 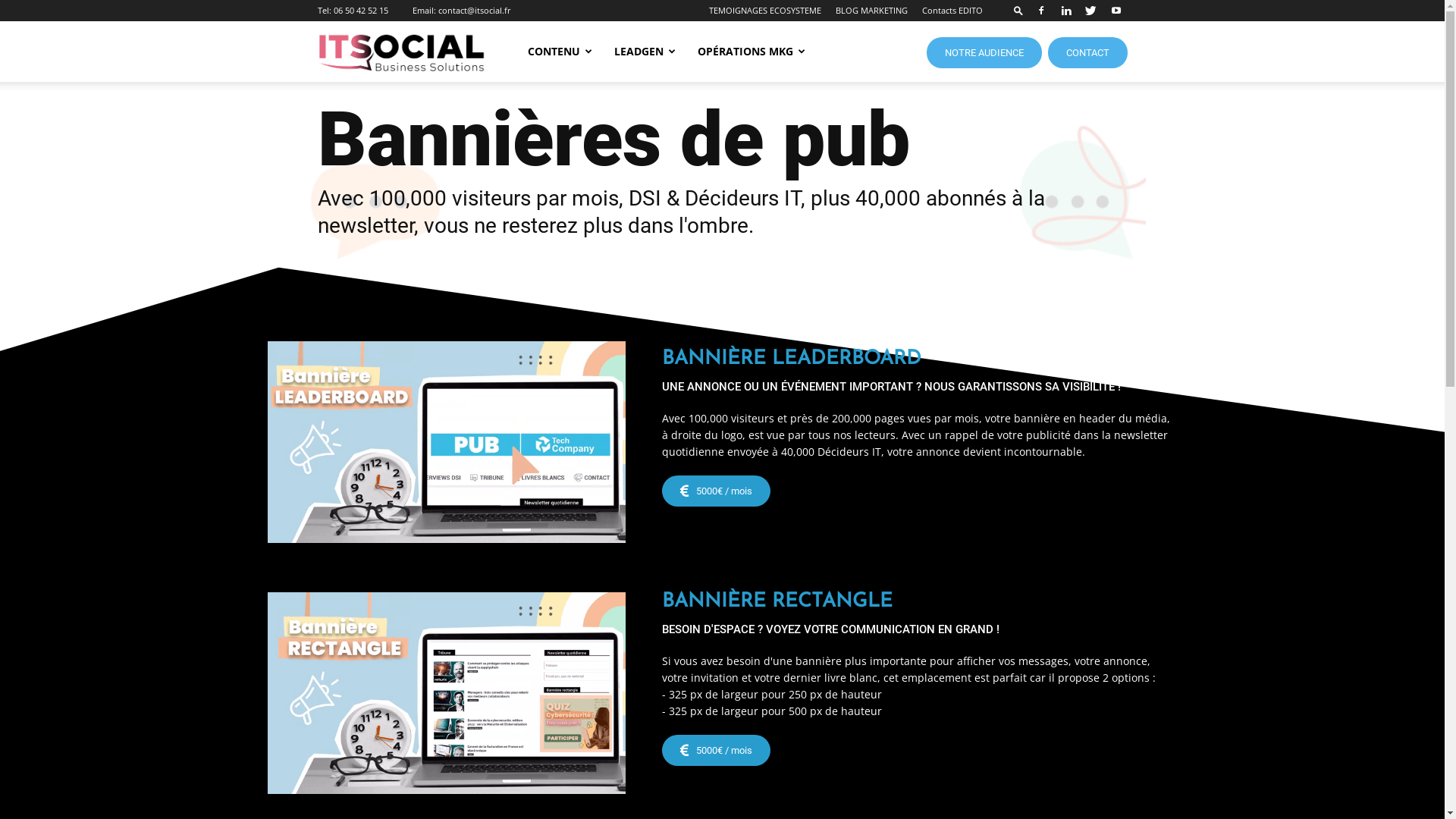 I want to click on 'Linkedin', so click(x=1053, y=11).